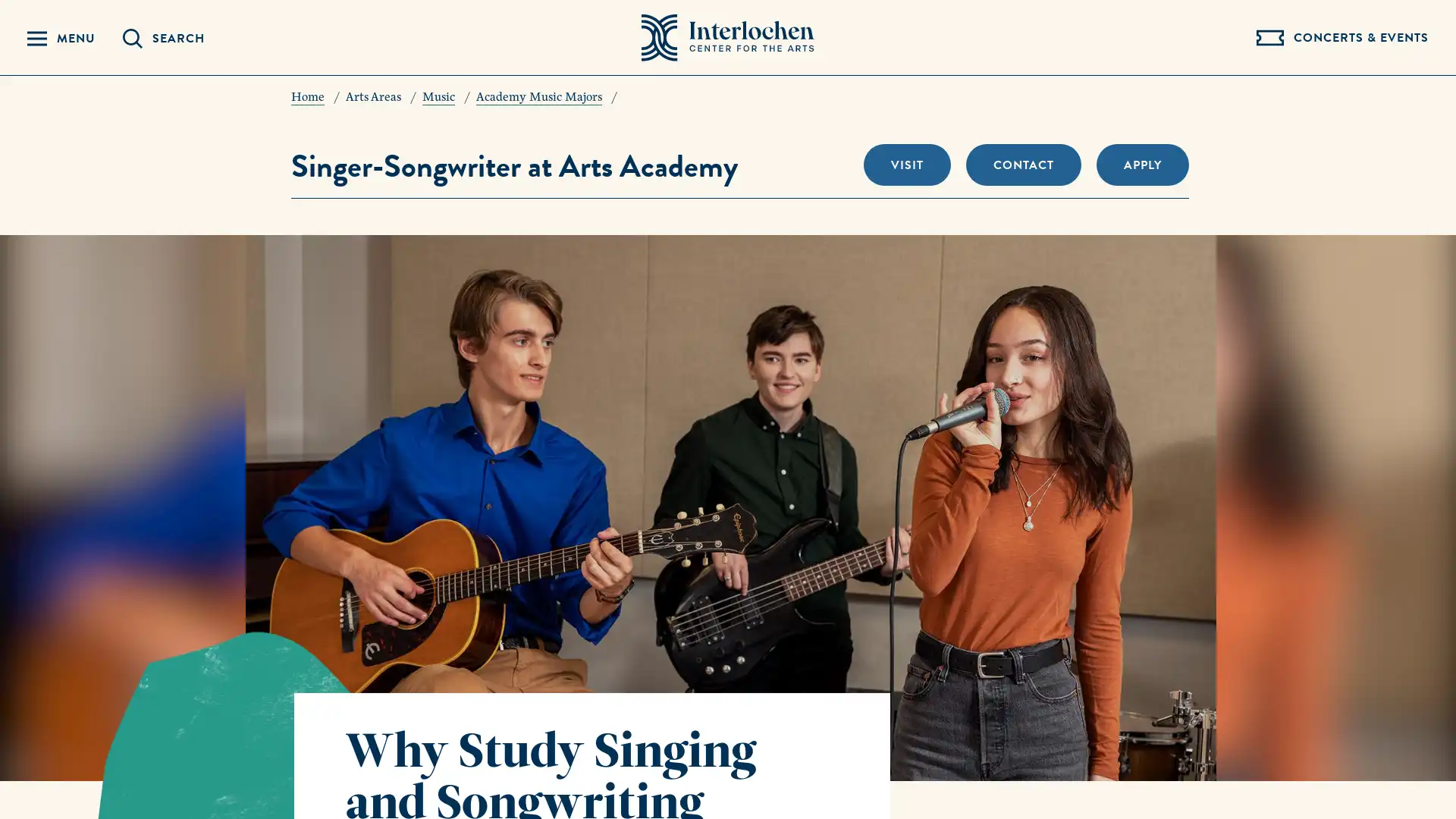  Describe the element at coordinates (61, 37) in the screenshot. I see `Reveal Navigation` at that location.